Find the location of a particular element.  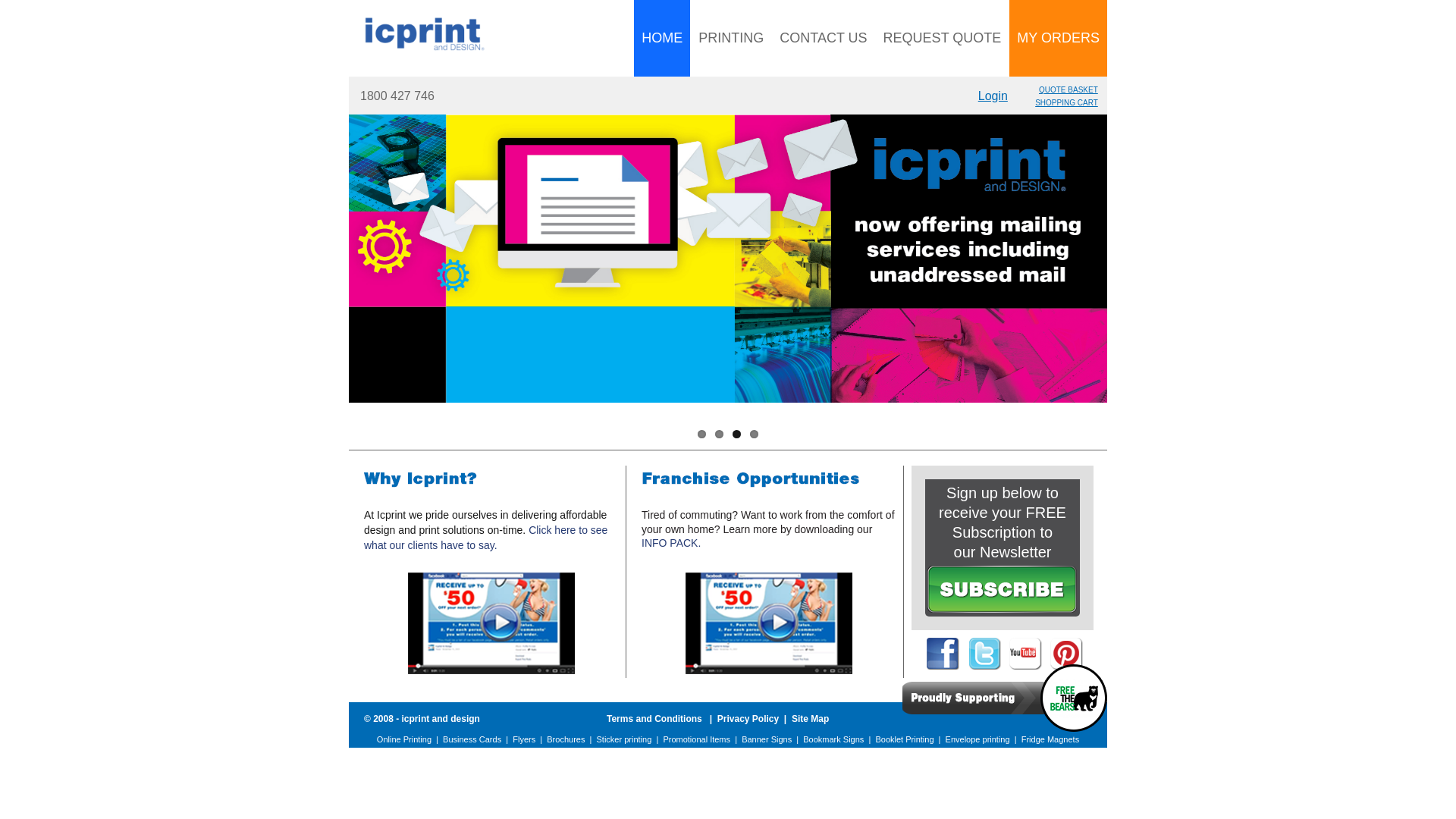

'QUOTE BASKET' is located at coordinates (1068, 89).